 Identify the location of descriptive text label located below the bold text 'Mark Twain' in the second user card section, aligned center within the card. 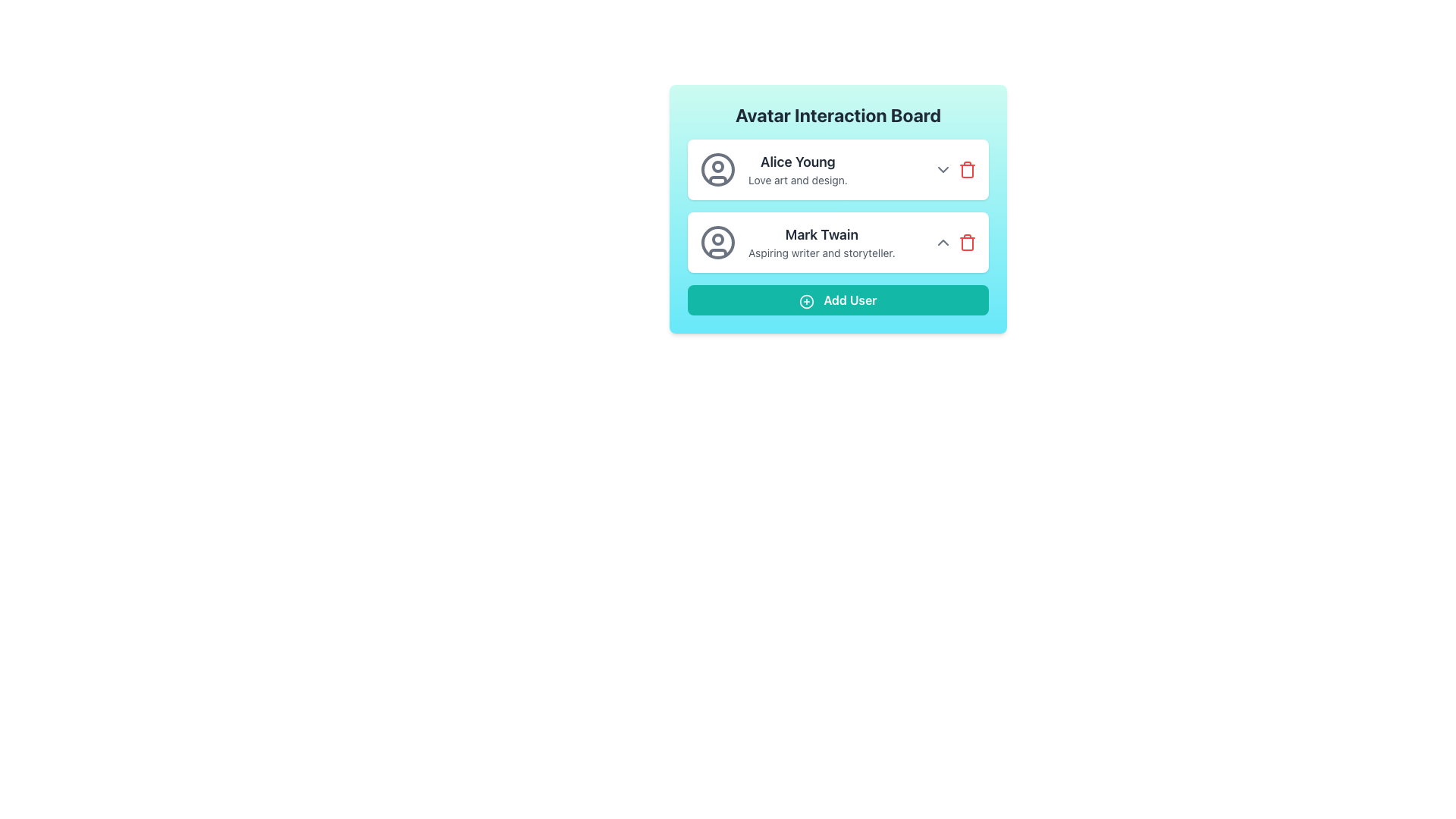
(821, 253).